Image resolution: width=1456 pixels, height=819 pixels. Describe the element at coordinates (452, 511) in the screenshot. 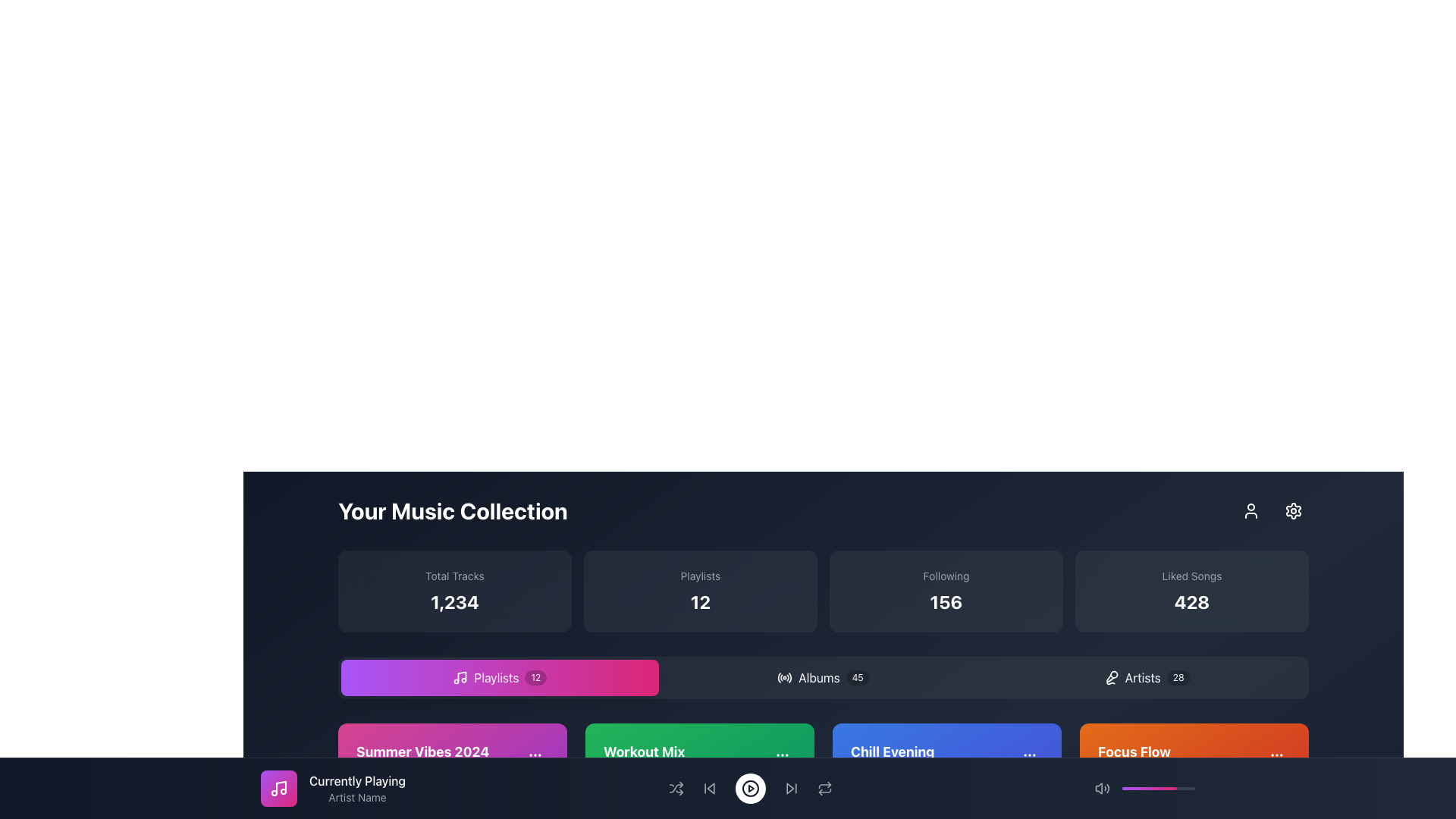

I see `the prominent header text displaying 'Your Music Collection', which is located at the top center of the user interface against a dark background` at that location.